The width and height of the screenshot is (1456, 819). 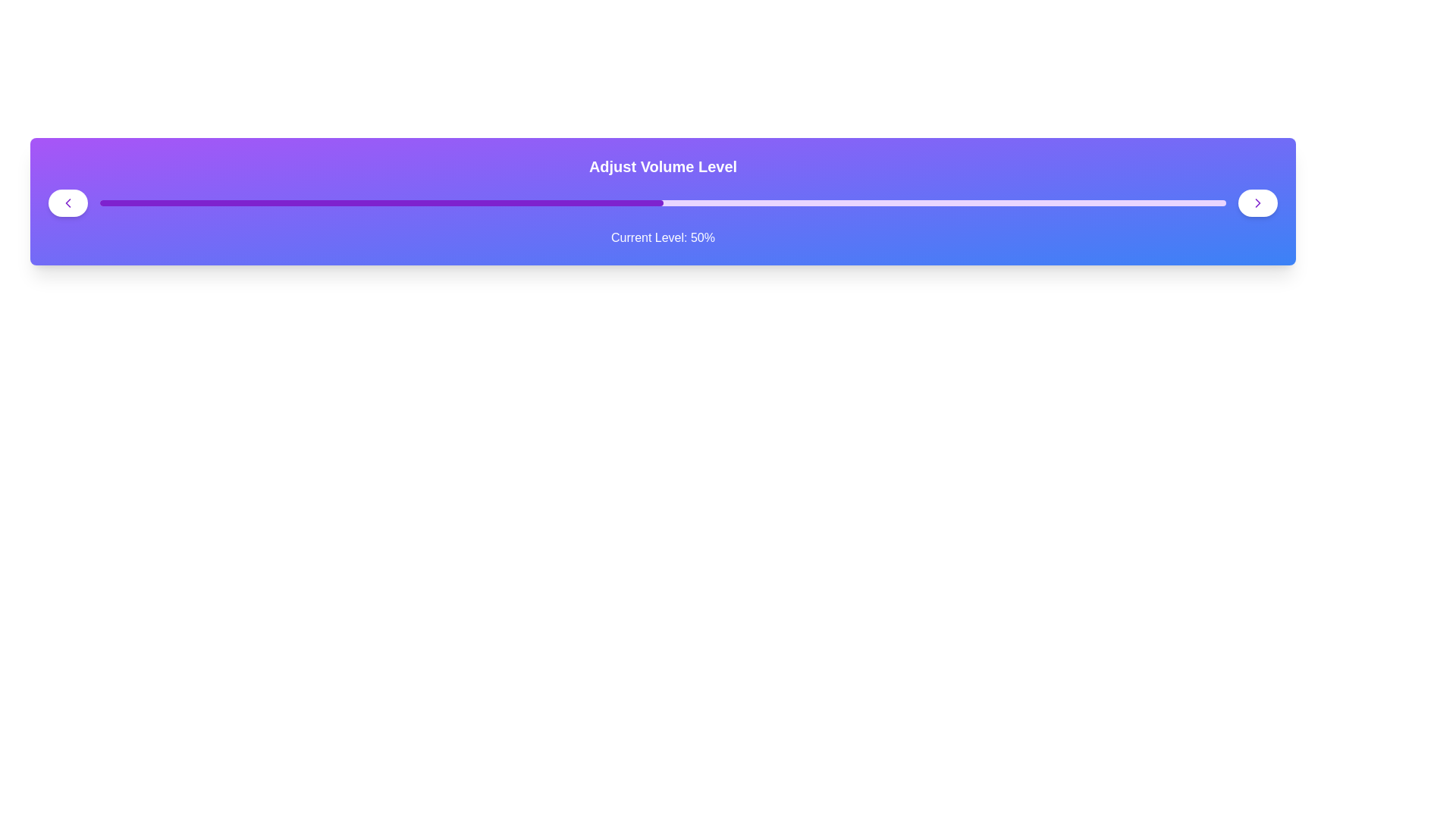 I want to click on the volume level, so click(x=516, y=202).